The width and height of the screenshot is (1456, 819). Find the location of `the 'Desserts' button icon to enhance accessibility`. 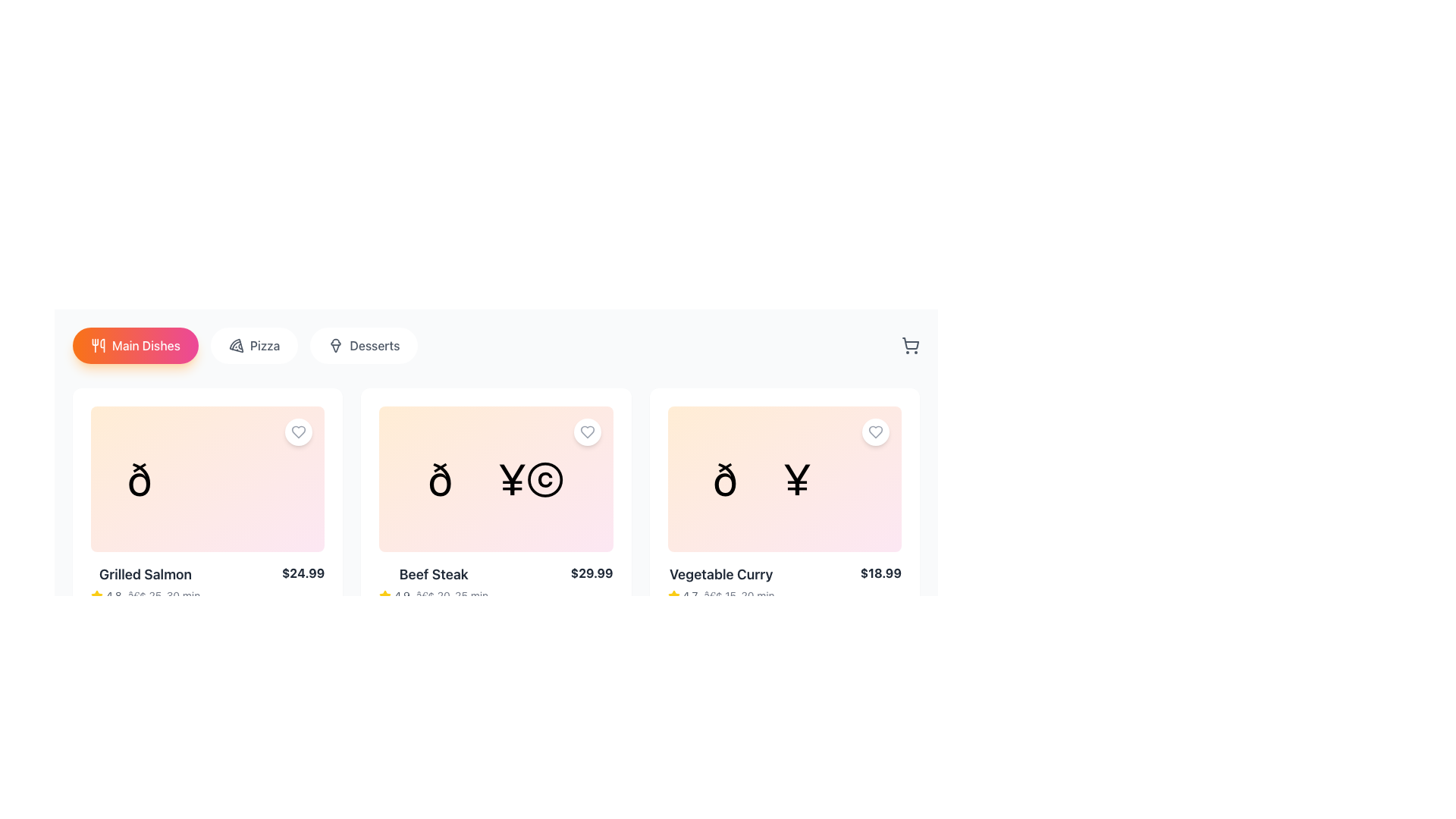

the 'Desserts' button icon to enhance accessibility is located at coordinates (335, 345).